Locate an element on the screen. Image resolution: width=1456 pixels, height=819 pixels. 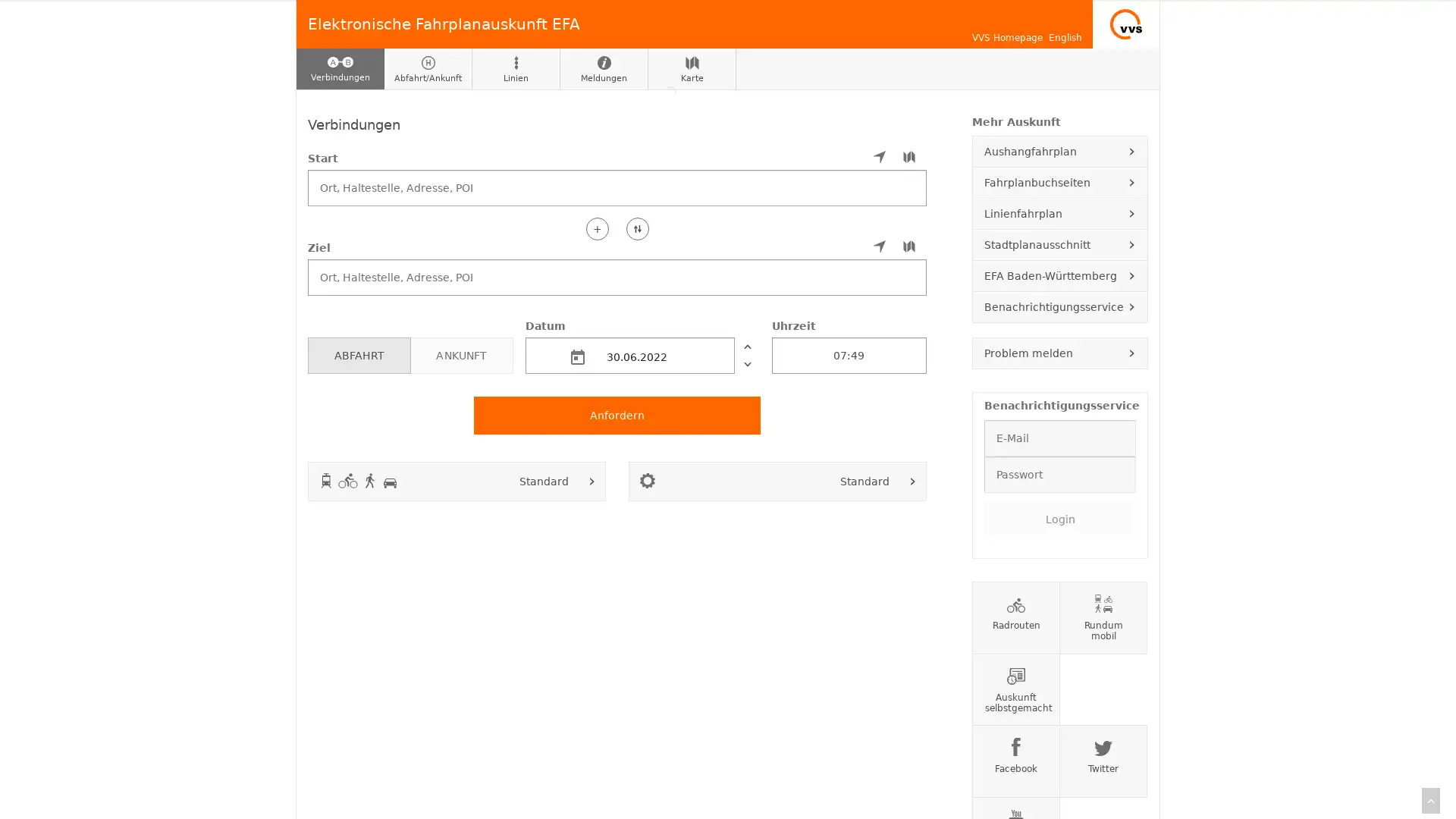
Linien is located at coordinates (516, 69).